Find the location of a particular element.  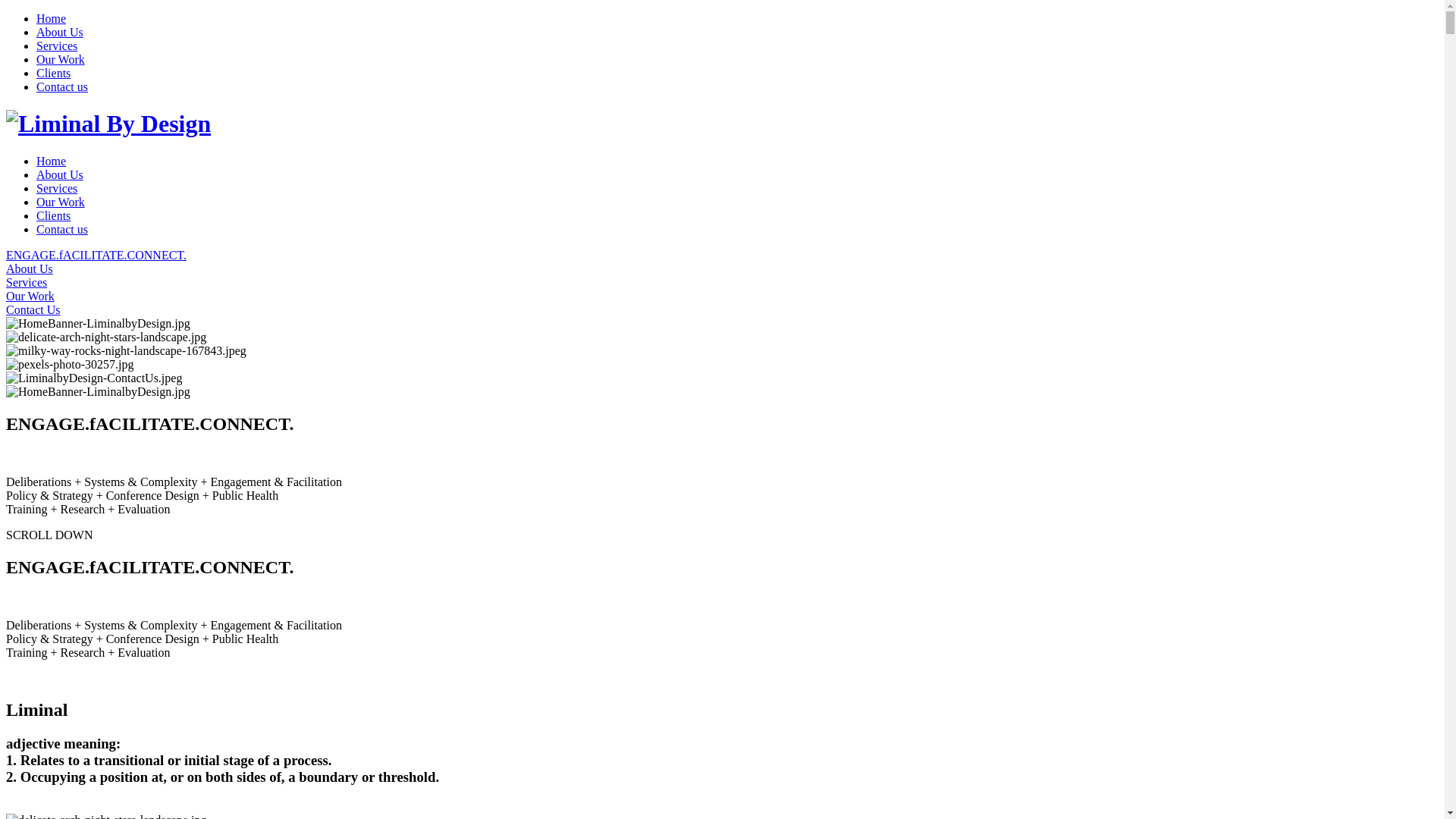

'Services' is located at coordinates (57, 45).